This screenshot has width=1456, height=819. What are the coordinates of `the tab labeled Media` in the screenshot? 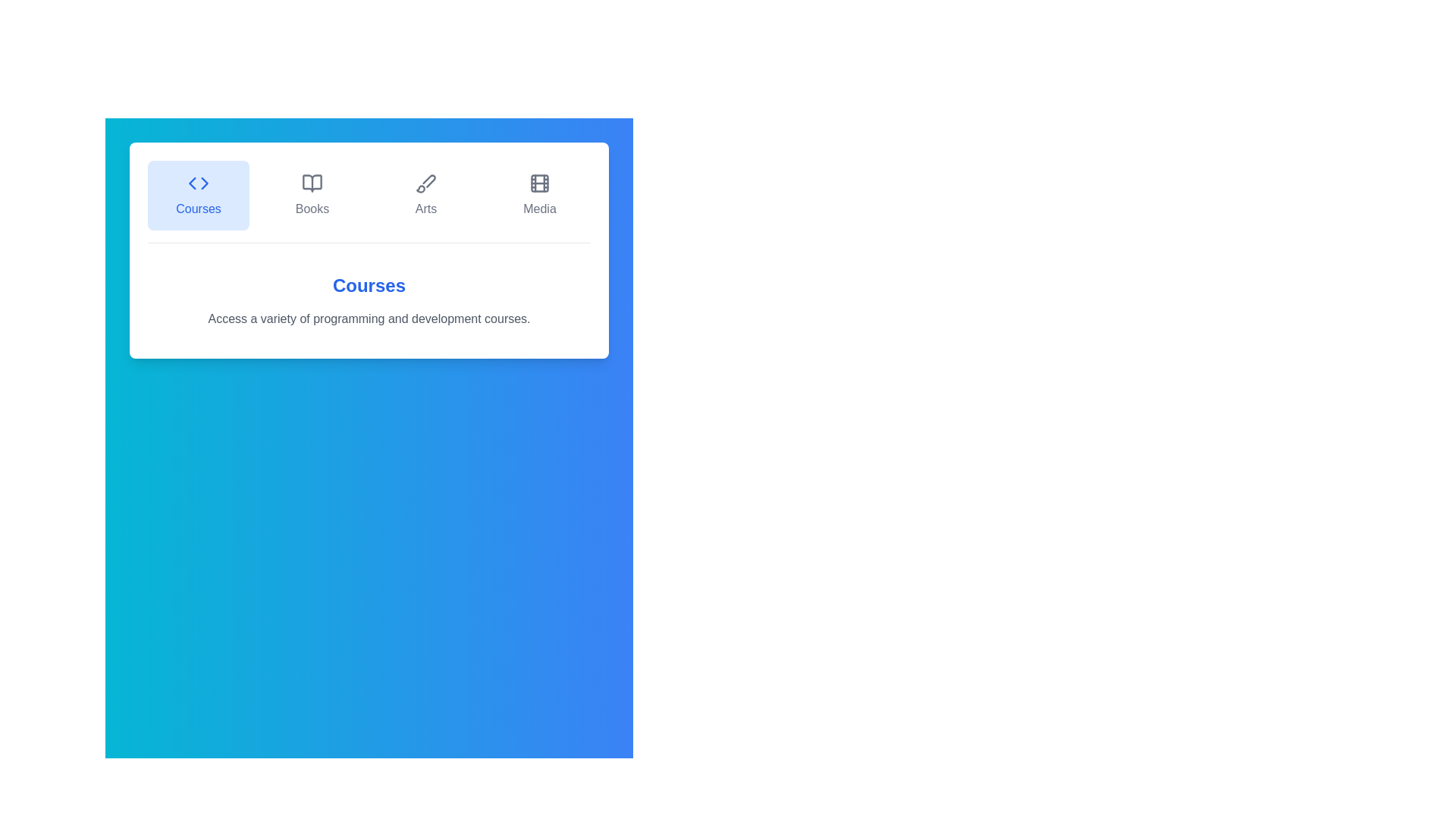 It's located at (539, 195).